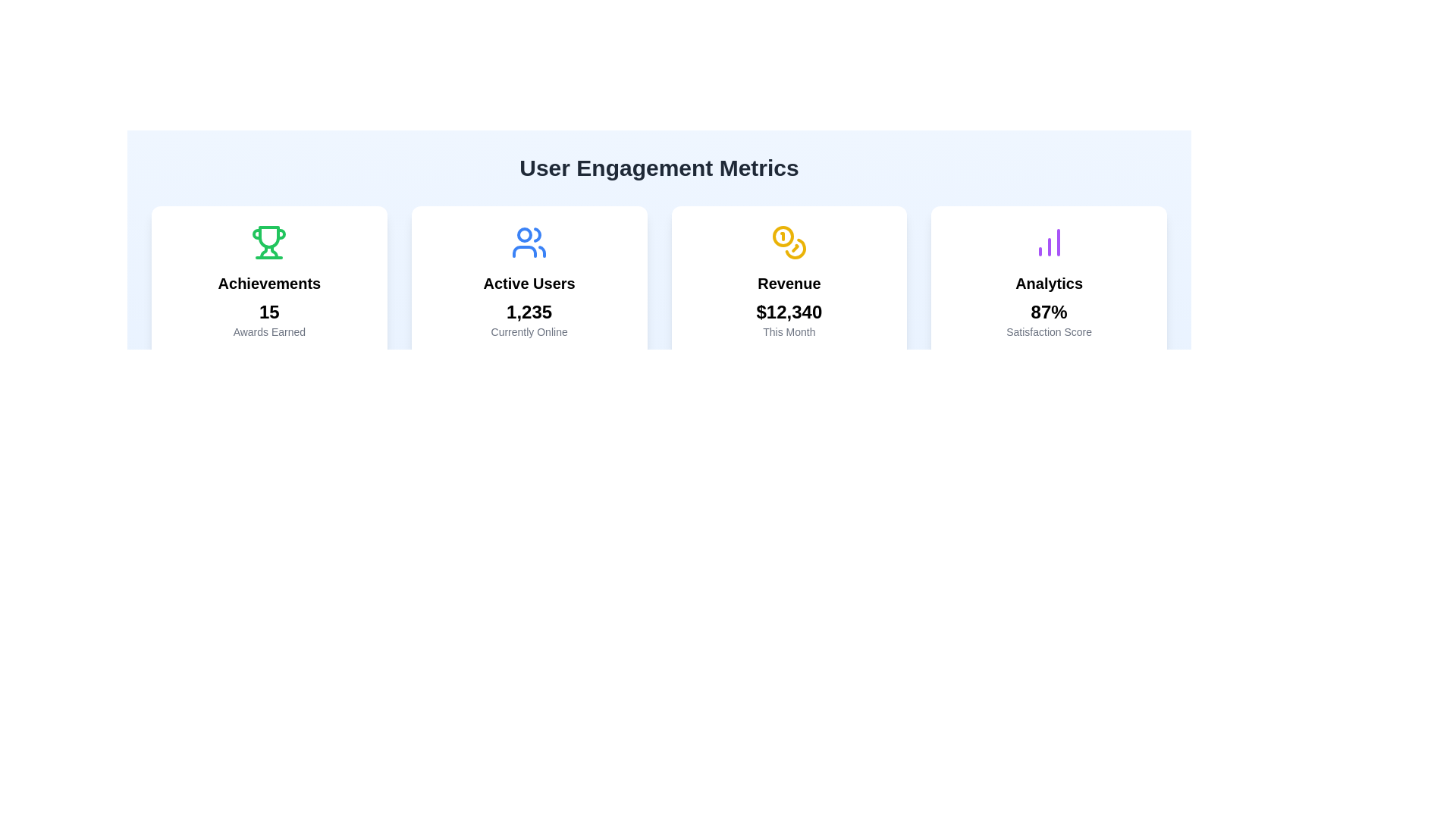  What do you see at coordinates (525, 250) in the screenshot?
I see `the bottom segment of the SVG graphic that is part of the user icon representing 'Active Users' in the second card of the dashboard grid` at bounding box center [525, 250].